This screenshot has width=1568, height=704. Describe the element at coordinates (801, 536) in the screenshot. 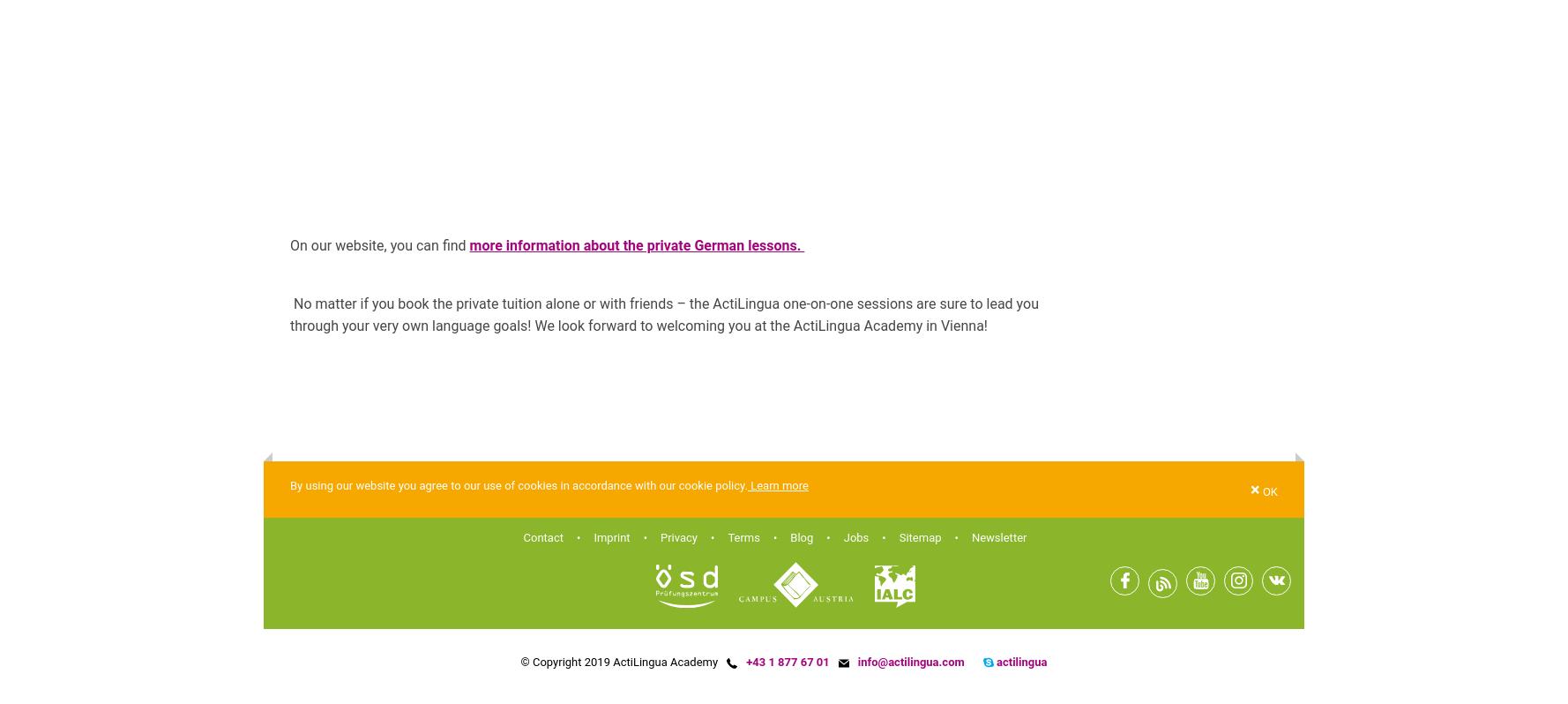

I see `'Blog'` at that location.